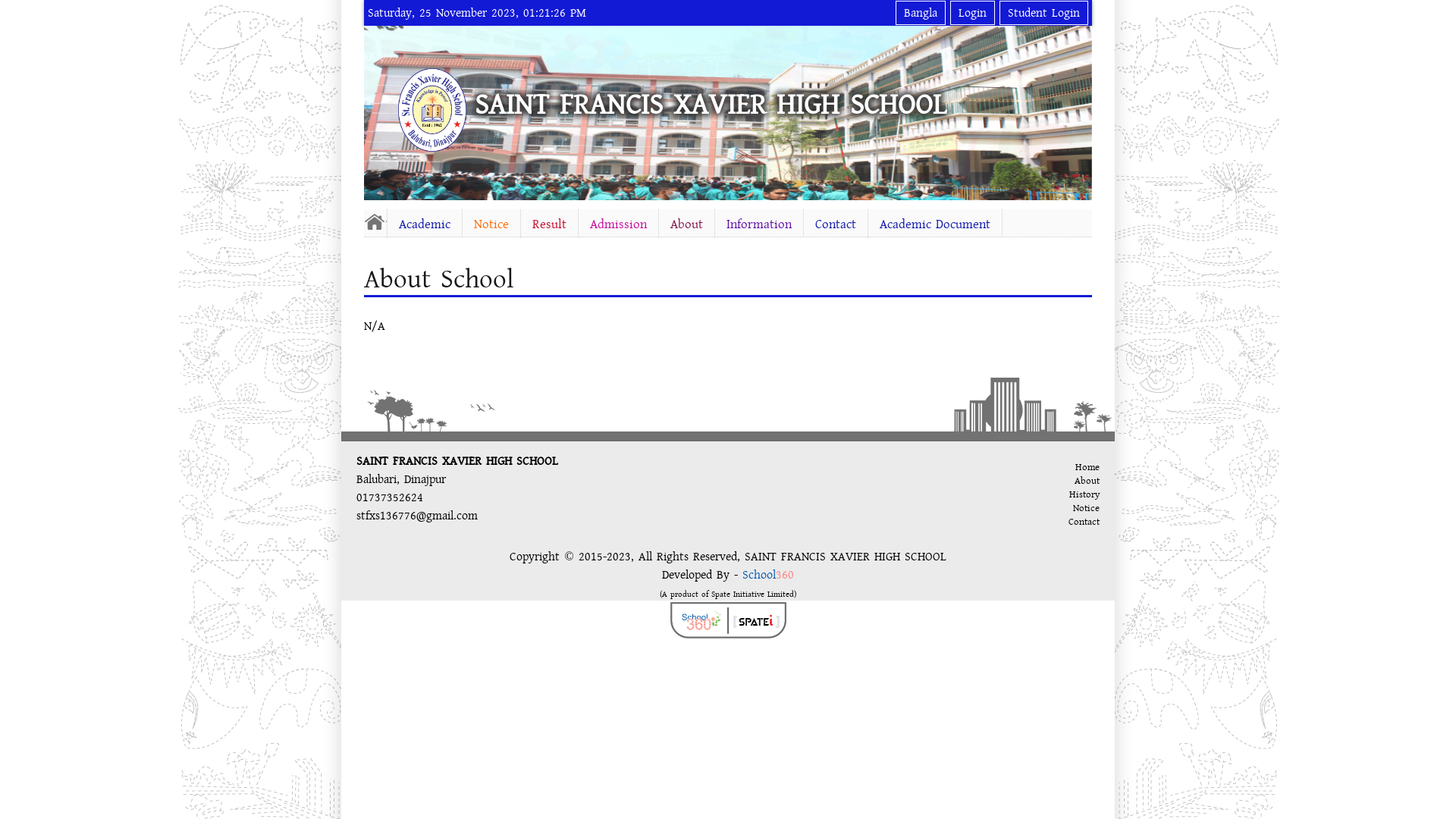 This screenshot has width=1456, height=819. I want to click on 'Notice', so click(491, 224).